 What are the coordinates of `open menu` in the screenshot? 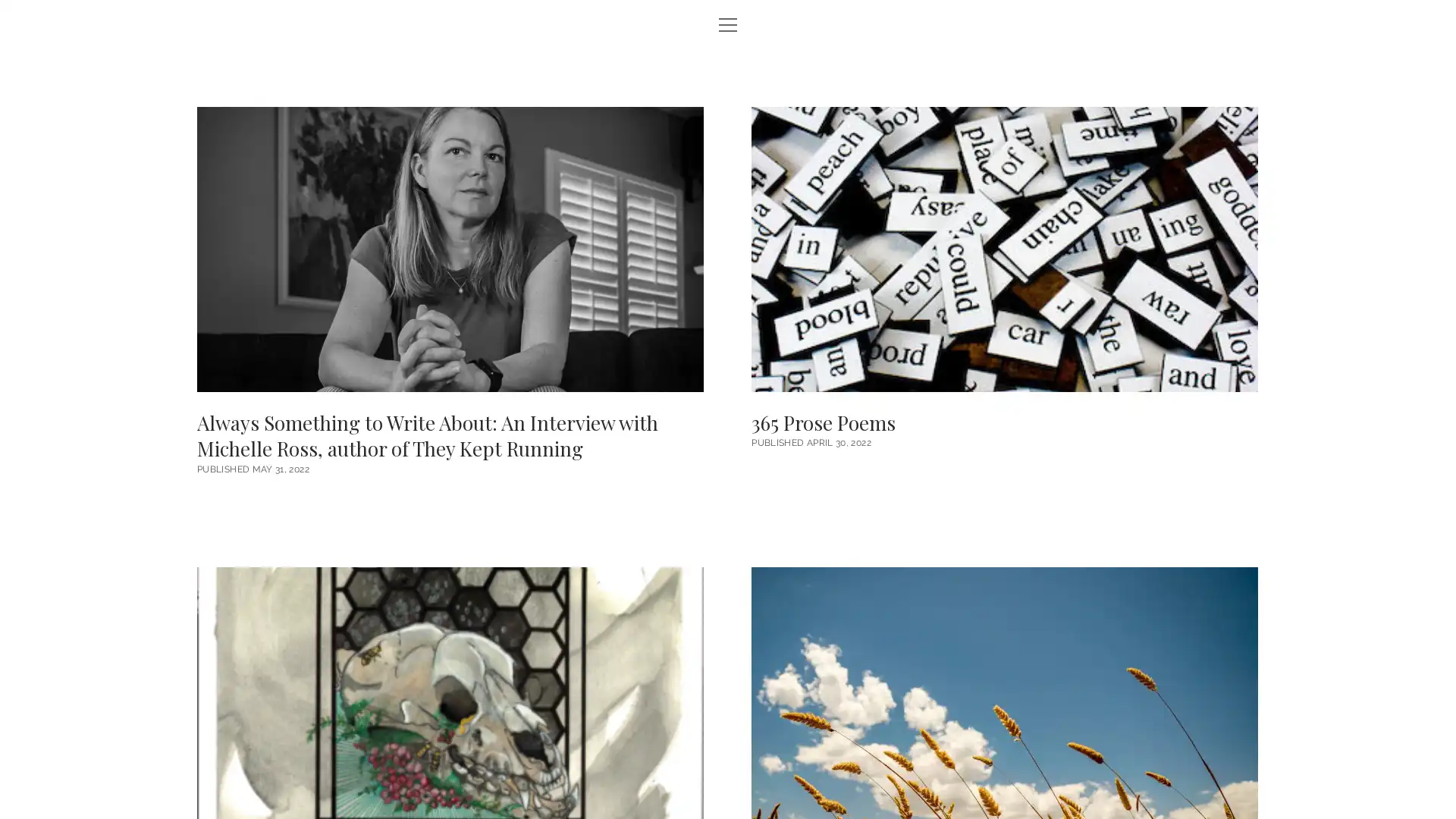 It's located at (728, 26).